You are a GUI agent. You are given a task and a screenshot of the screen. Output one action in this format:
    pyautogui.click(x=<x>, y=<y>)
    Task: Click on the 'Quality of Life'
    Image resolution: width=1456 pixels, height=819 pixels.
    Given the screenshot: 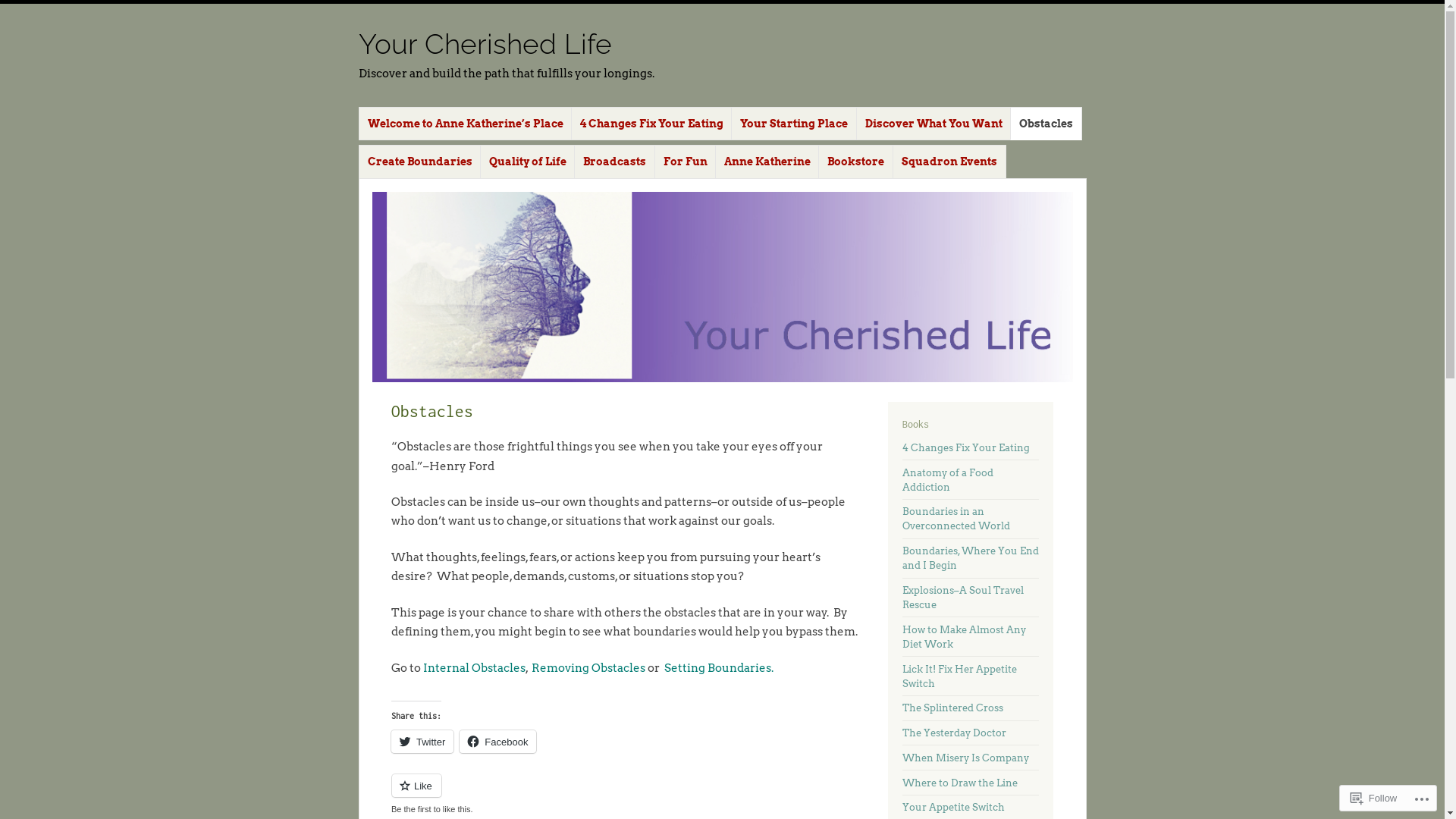 What is the action you would take?
    pyautogui.click(x=528, y=162)
    